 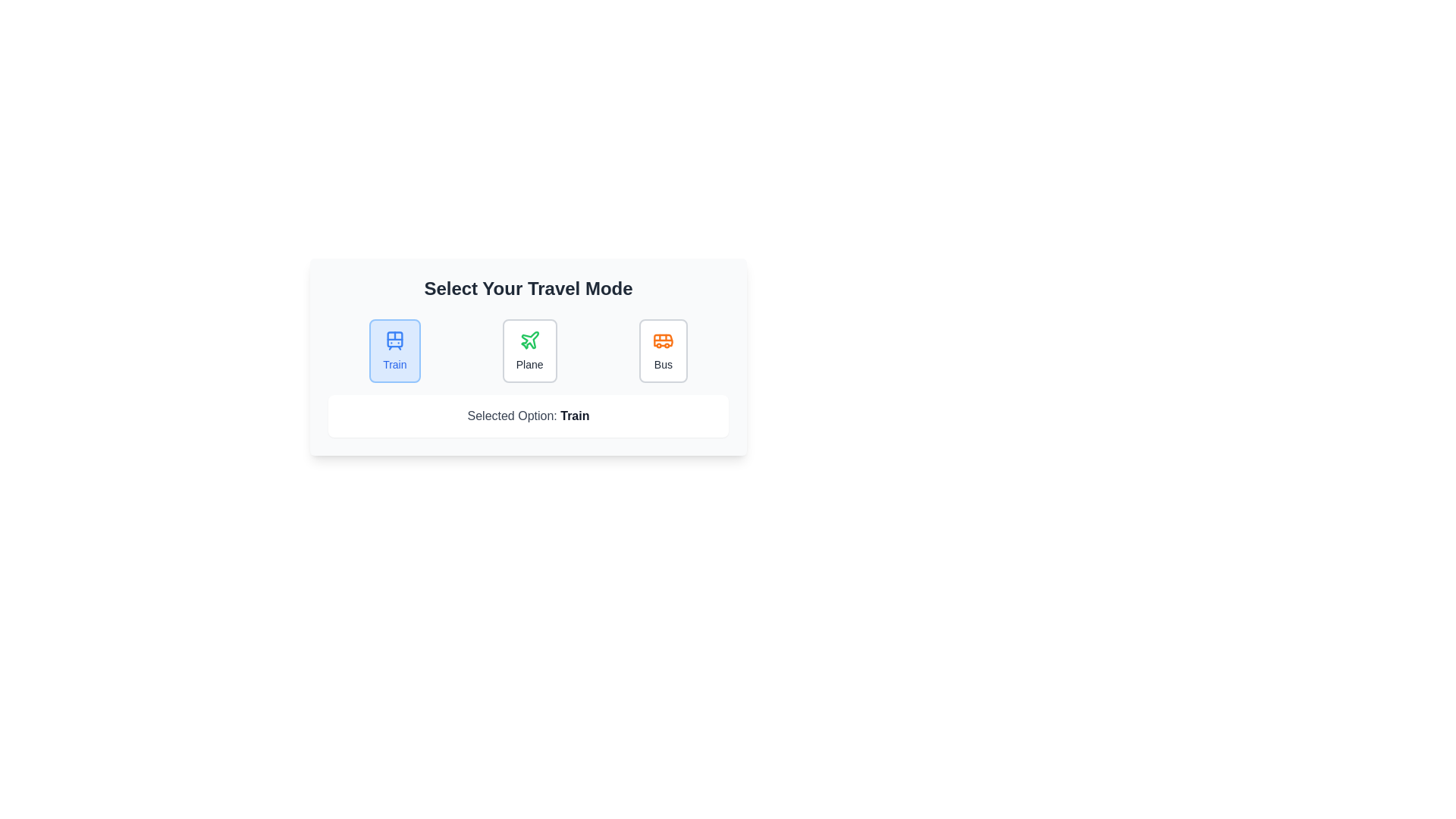 What do you see at coordinates (529, 339) in the screenshot?
I see `the airplane icon, which is outlined in green and positioned above the 'Plane' label` at bounding box center [529, 339].